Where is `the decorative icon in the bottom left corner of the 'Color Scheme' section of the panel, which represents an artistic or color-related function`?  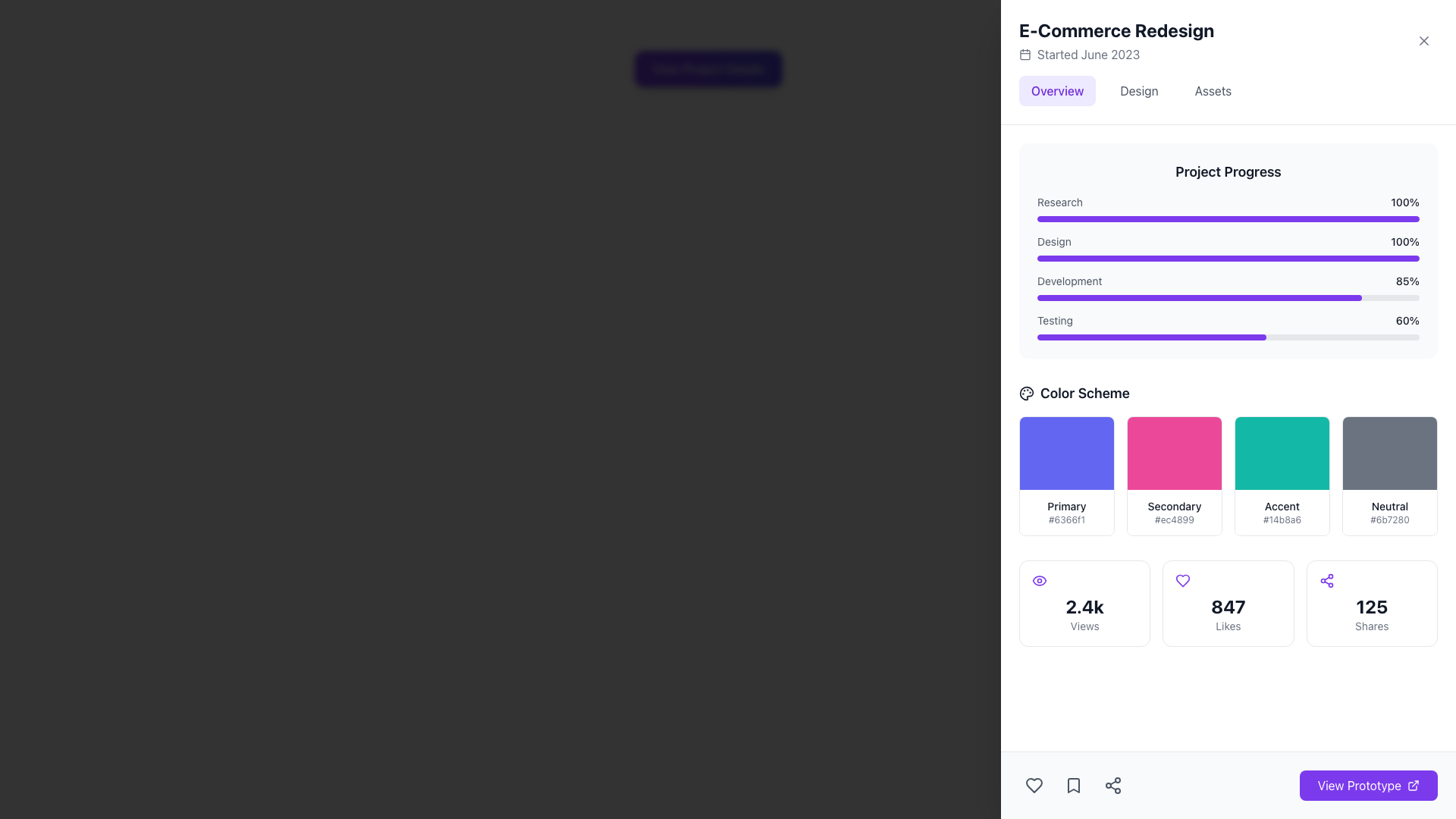 the decorative icon in the bottom left corner of the 'Color Scheme' section of the panel, which represents an artistic or color-related function is located at coordinates (1026, 393).